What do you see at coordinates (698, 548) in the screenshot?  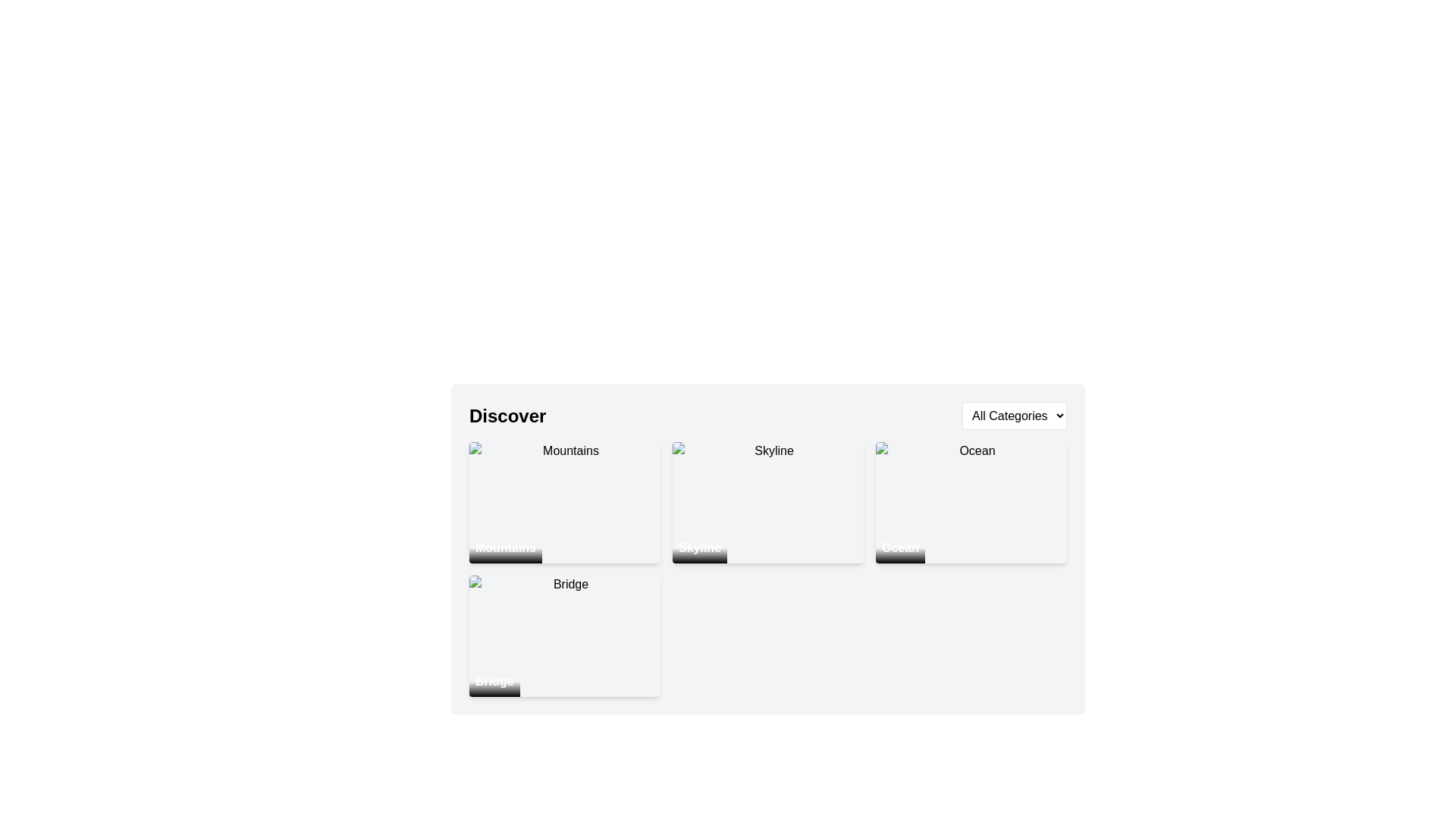 I see `text from the 'Skyline' label, which is styled in white bold font on a black-to-transparent gradient background, located at the bottom section of the second card in the top row of the grid layout` at bounding box center [698, 548].